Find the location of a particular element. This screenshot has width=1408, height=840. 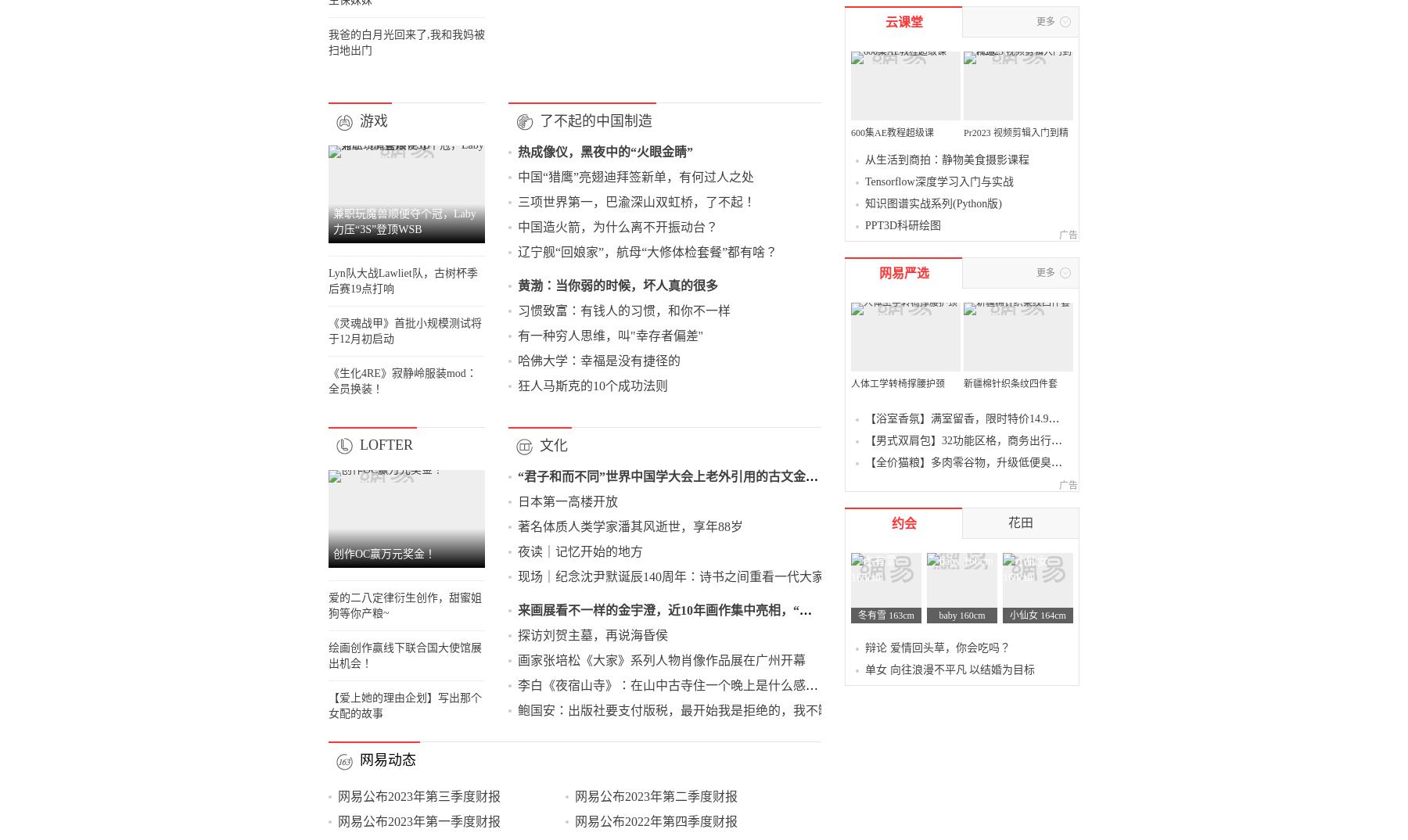

'PPT3D科研绘图' is located at coordinates (957, 582).